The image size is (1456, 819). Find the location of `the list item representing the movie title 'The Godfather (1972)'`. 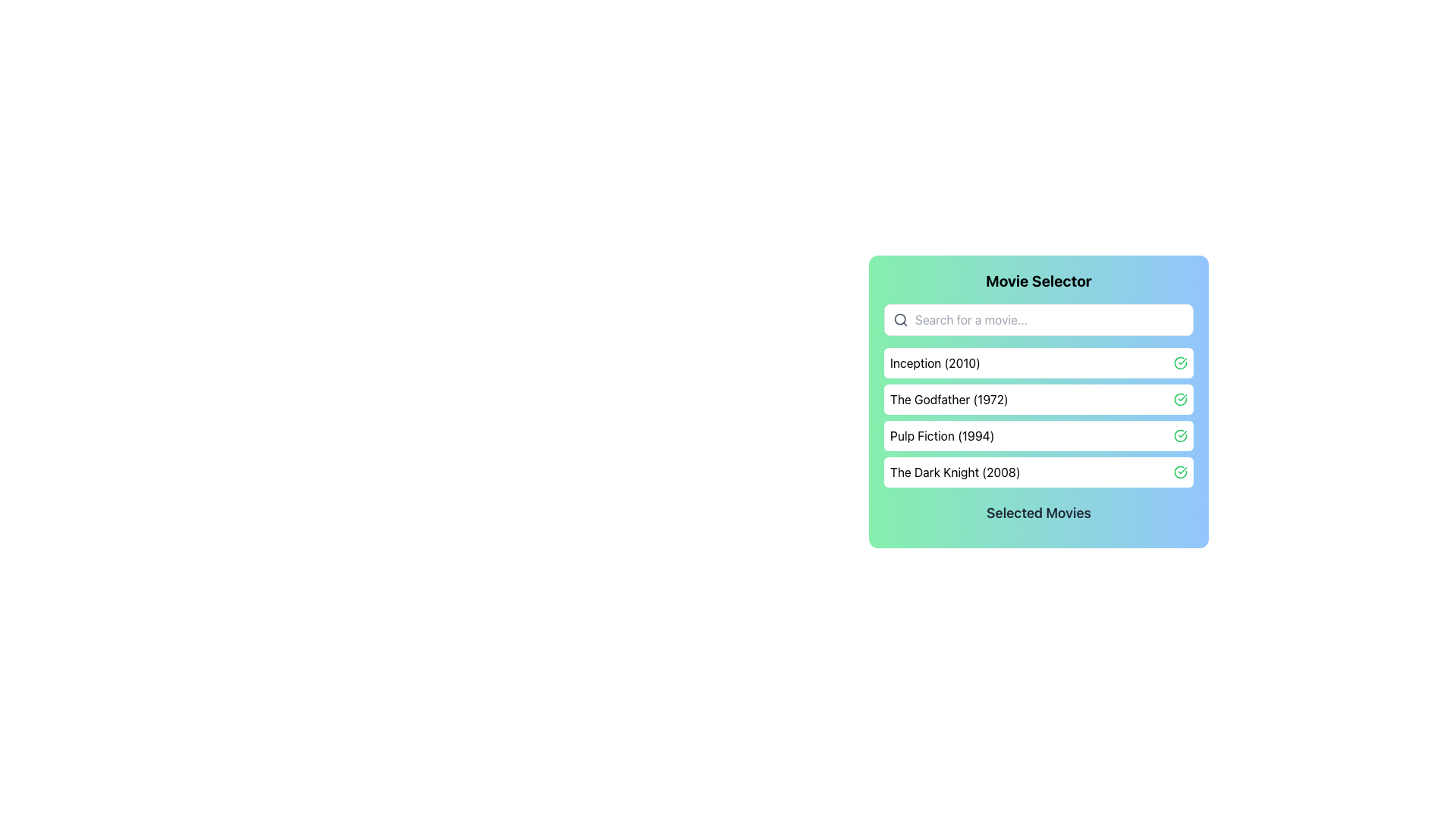

the list item representing the movie title 'The Godfather (1972)' is located at coordinates (1037, 399).